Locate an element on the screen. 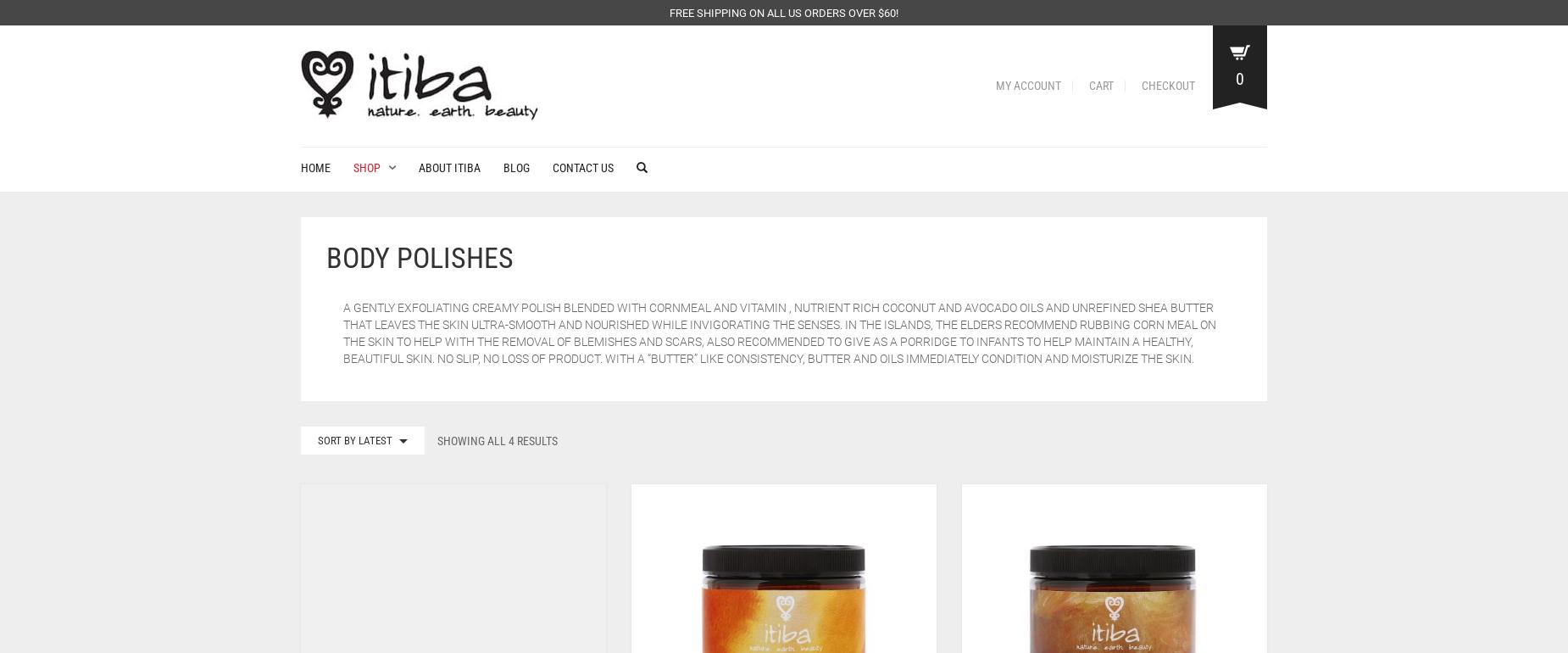 This screenshot has width=1568, height=653. 'Lotions' is located at coordinates (381, 221).